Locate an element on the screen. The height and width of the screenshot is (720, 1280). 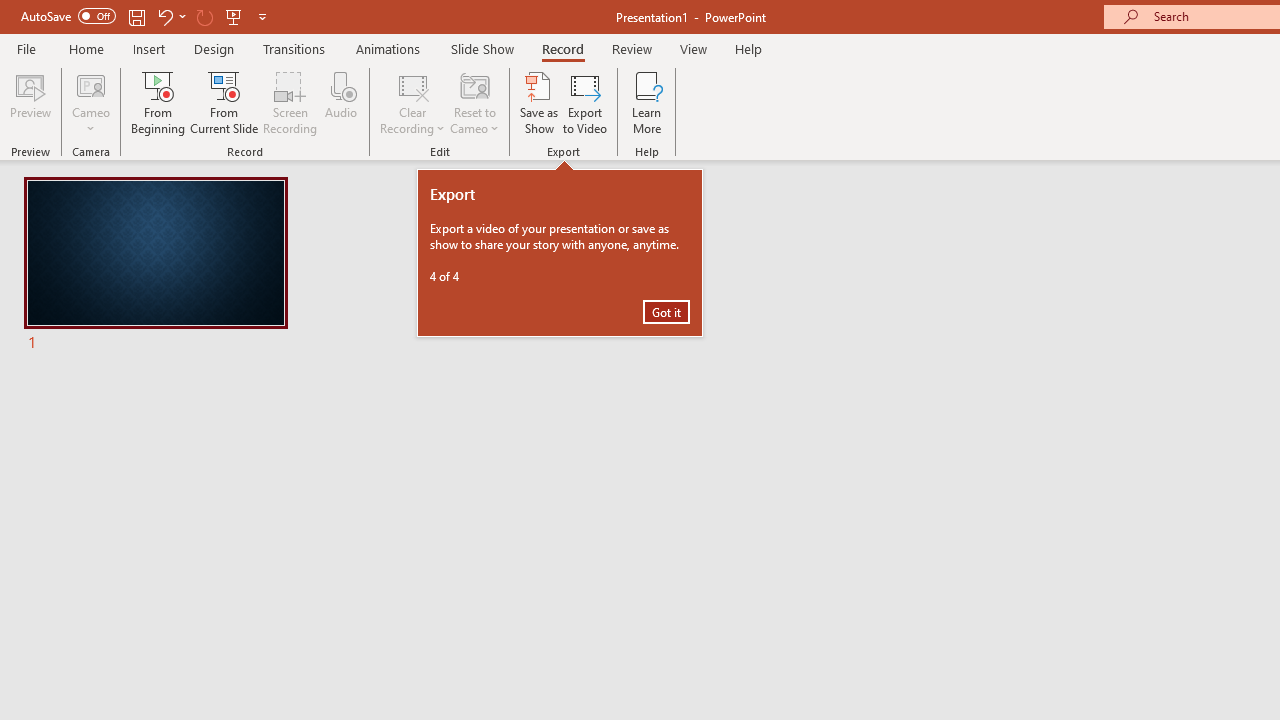
'Help' is located at coordinates (747, 48).